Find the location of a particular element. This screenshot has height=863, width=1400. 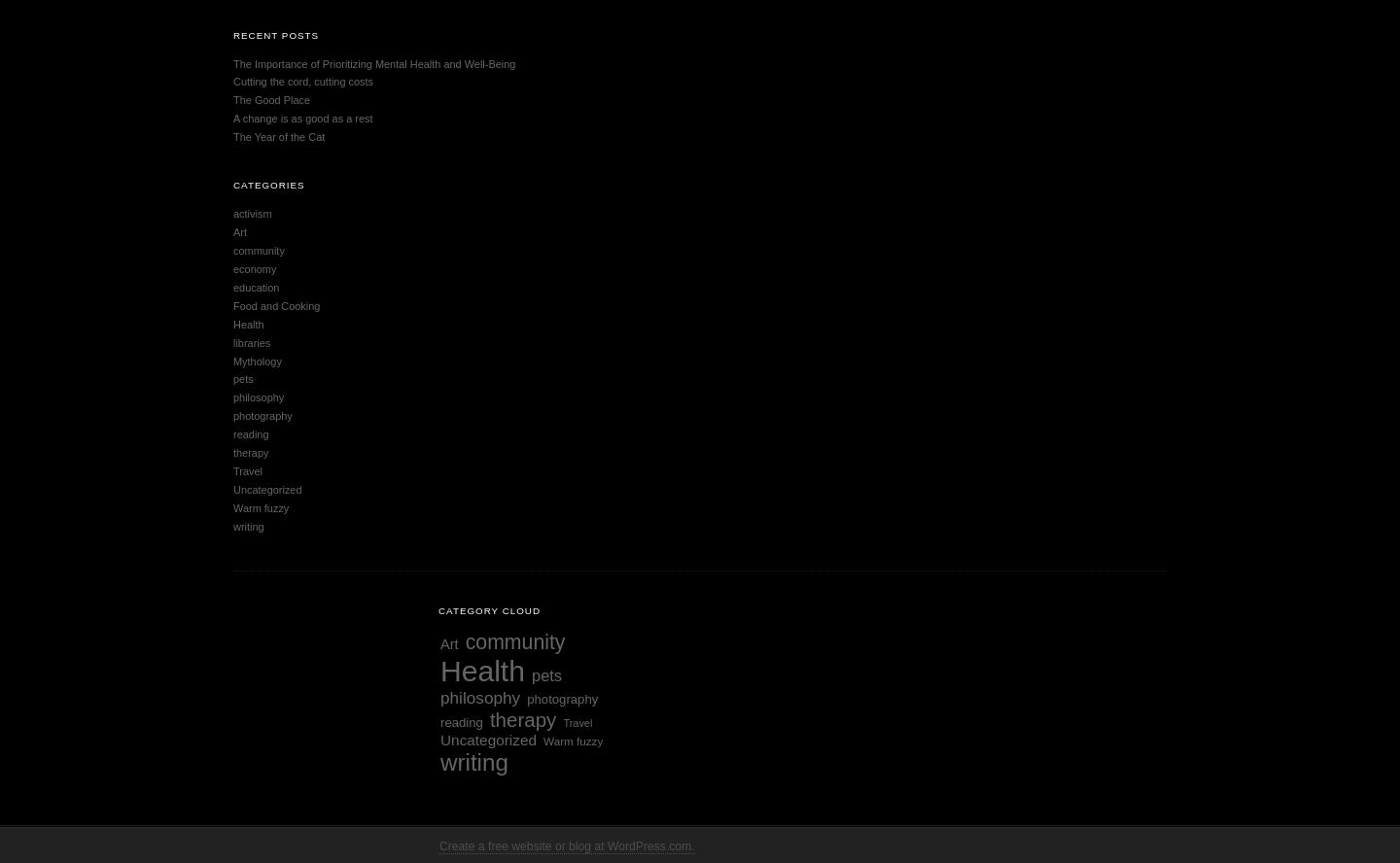

'The Year of the Cat' is located at coordinates (277, 137).